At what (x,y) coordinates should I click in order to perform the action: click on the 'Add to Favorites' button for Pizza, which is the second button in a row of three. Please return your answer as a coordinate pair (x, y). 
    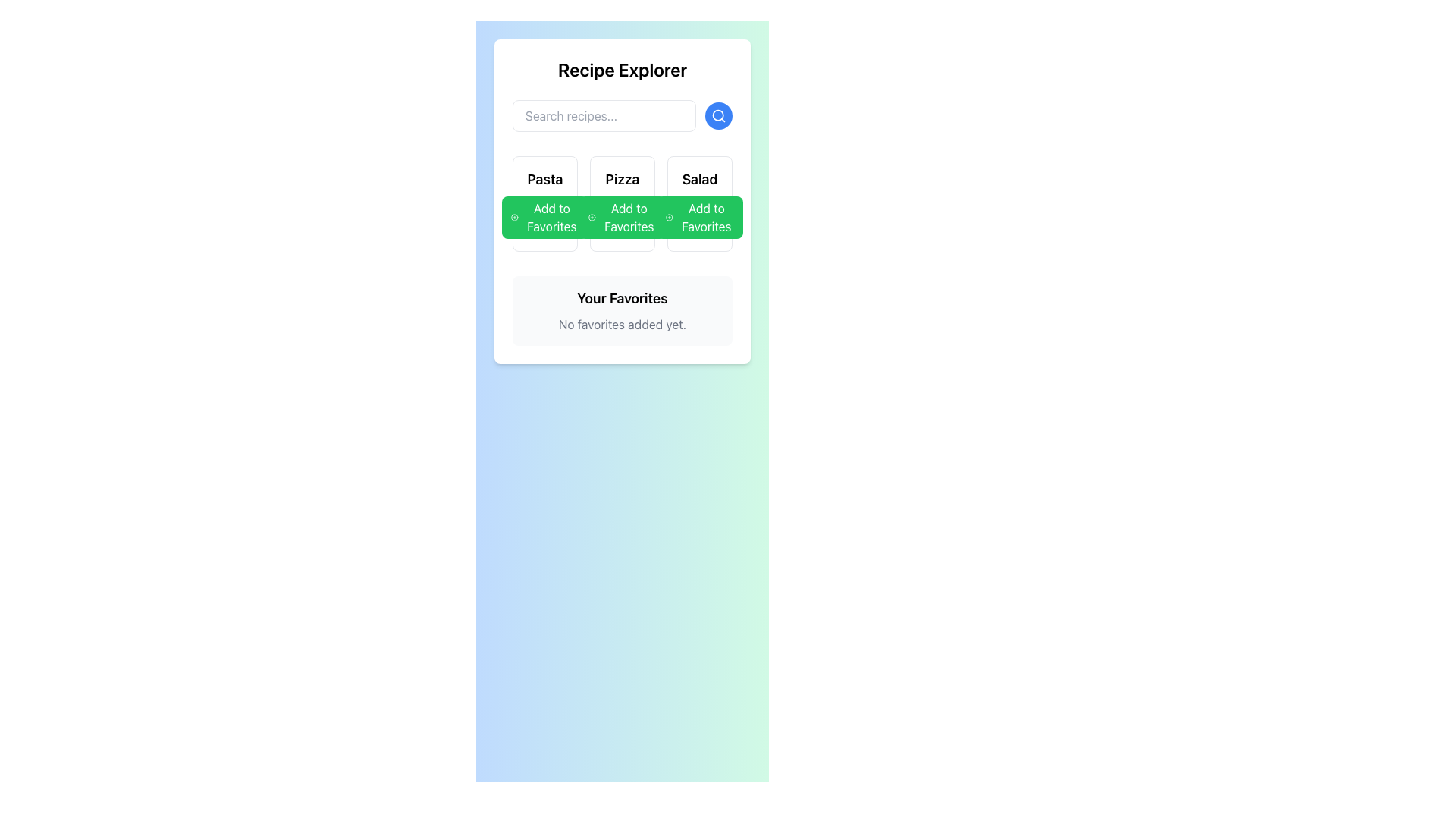
    Looking at the image, I should click on (622, 217).